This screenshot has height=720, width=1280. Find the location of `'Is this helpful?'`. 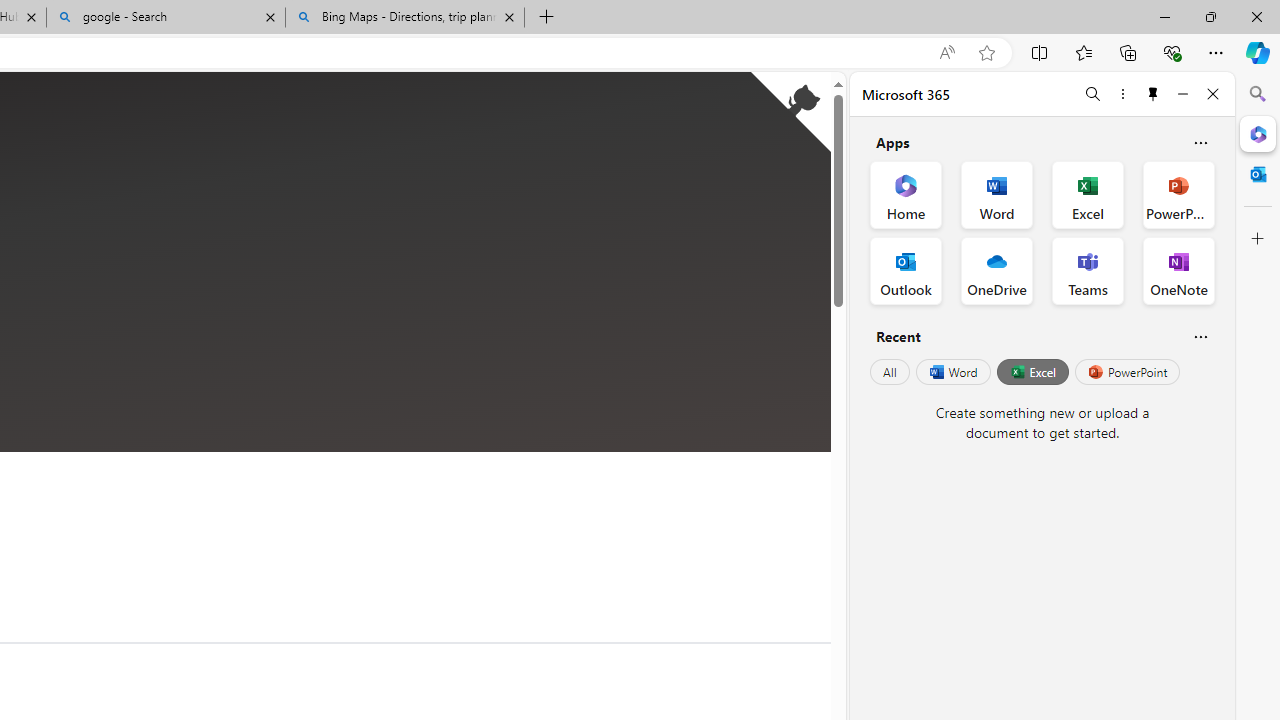

'Is this helpful?' is located at coordinates (1200, 335).